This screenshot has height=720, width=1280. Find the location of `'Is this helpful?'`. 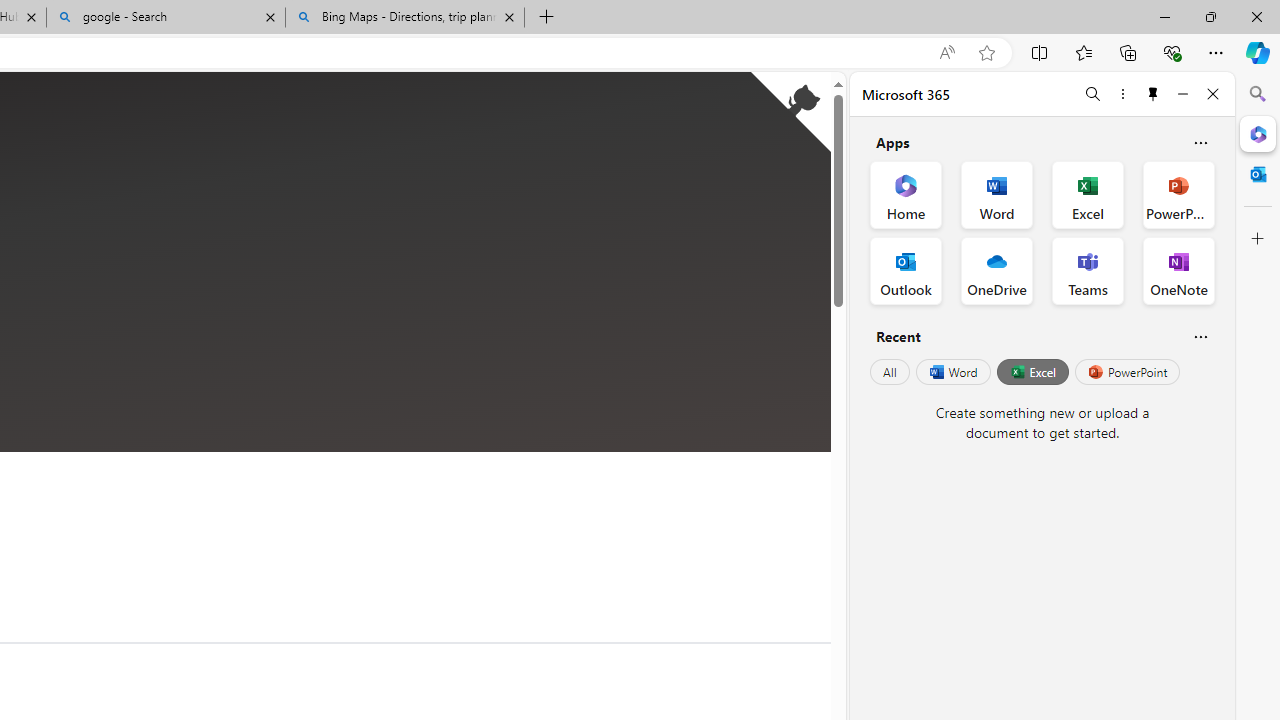

'Is this helpful?' is located at coordinates (1200, 335).